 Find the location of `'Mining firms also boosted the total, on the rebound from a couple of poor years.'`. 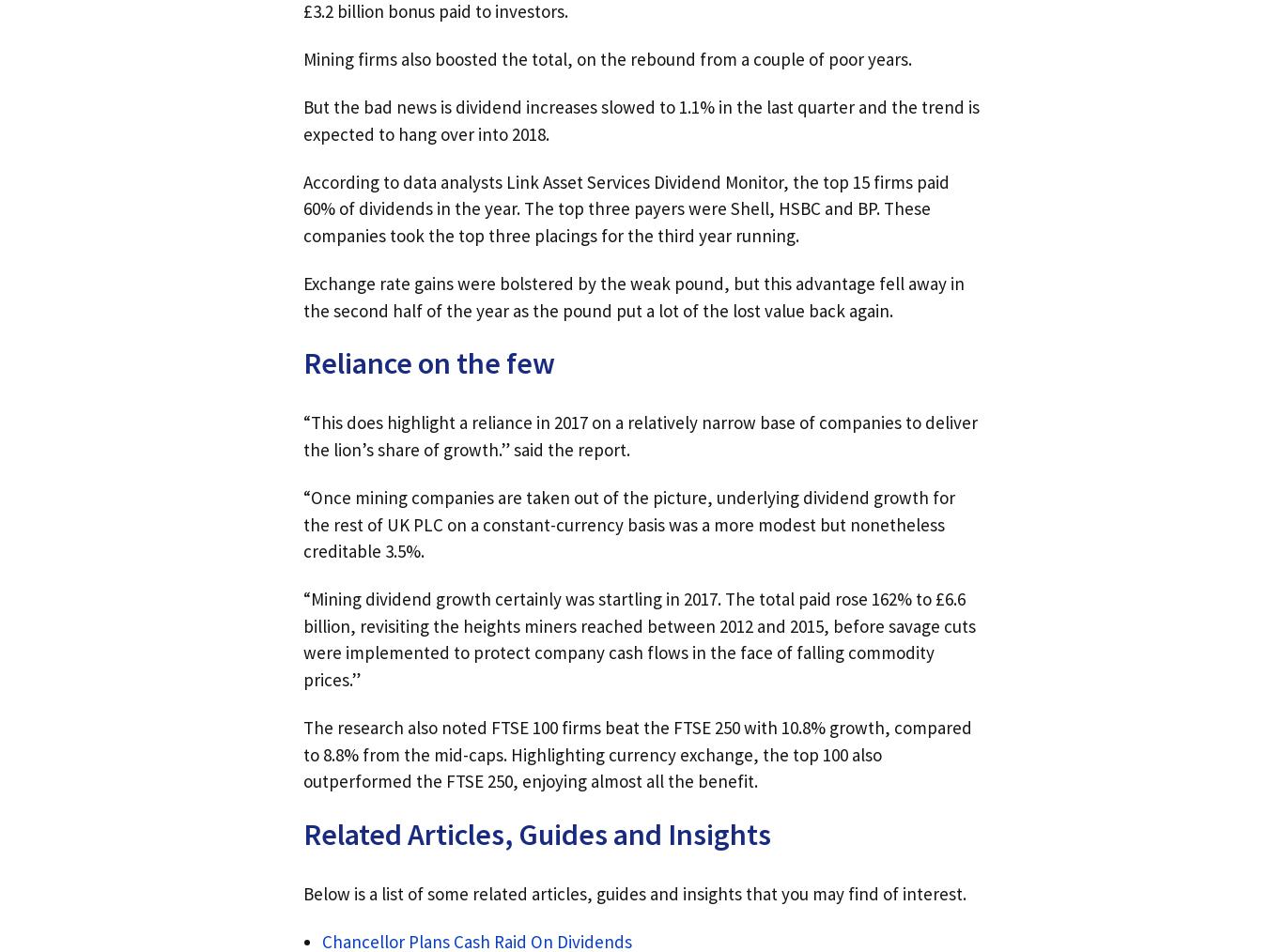

'Mining firms also boosted the total, on the rebound from a couple of poor years.' is located at coordinates (606, 56).